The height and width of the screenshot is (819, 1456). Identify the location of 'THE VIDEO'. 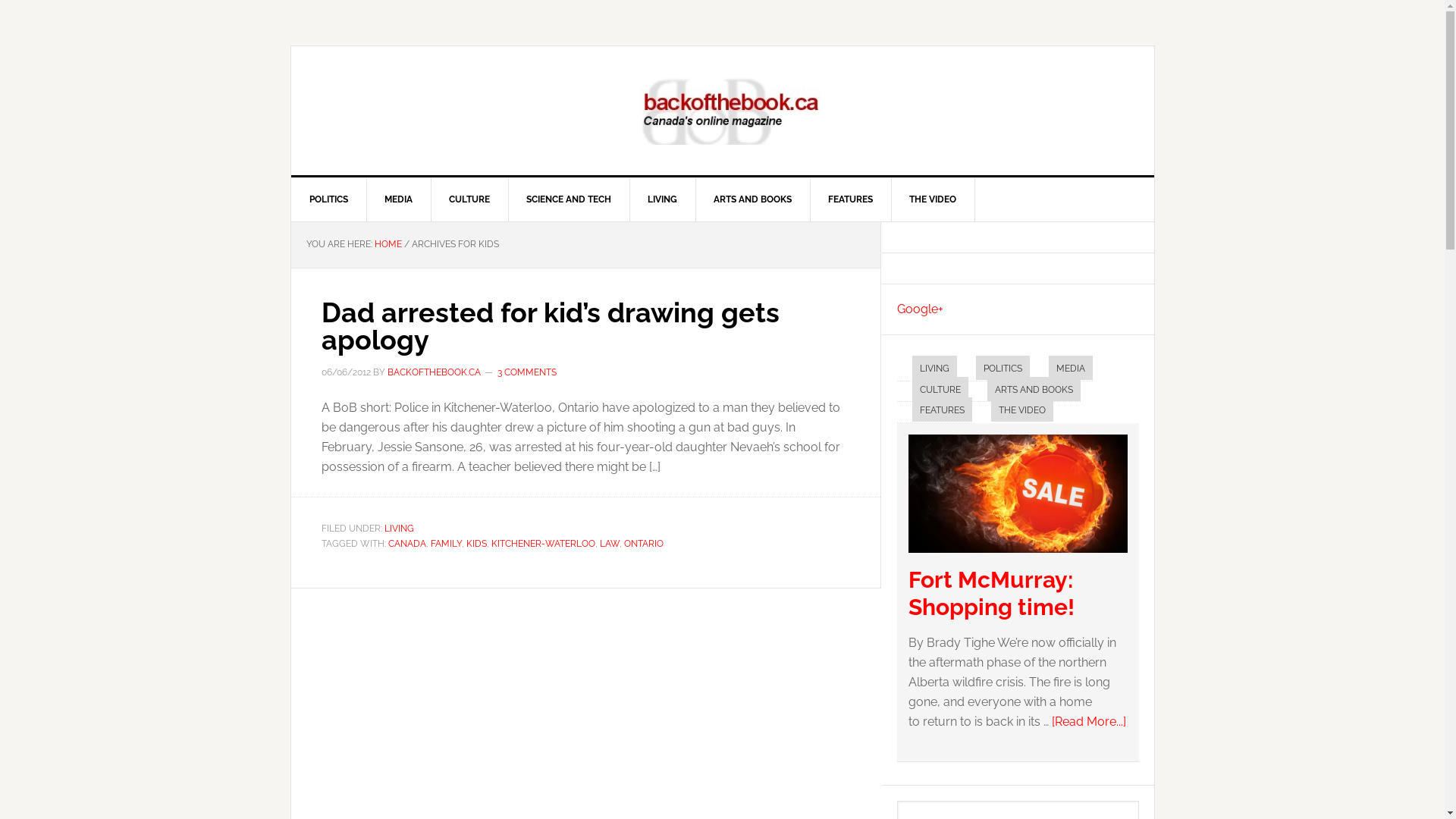
(890, 198).